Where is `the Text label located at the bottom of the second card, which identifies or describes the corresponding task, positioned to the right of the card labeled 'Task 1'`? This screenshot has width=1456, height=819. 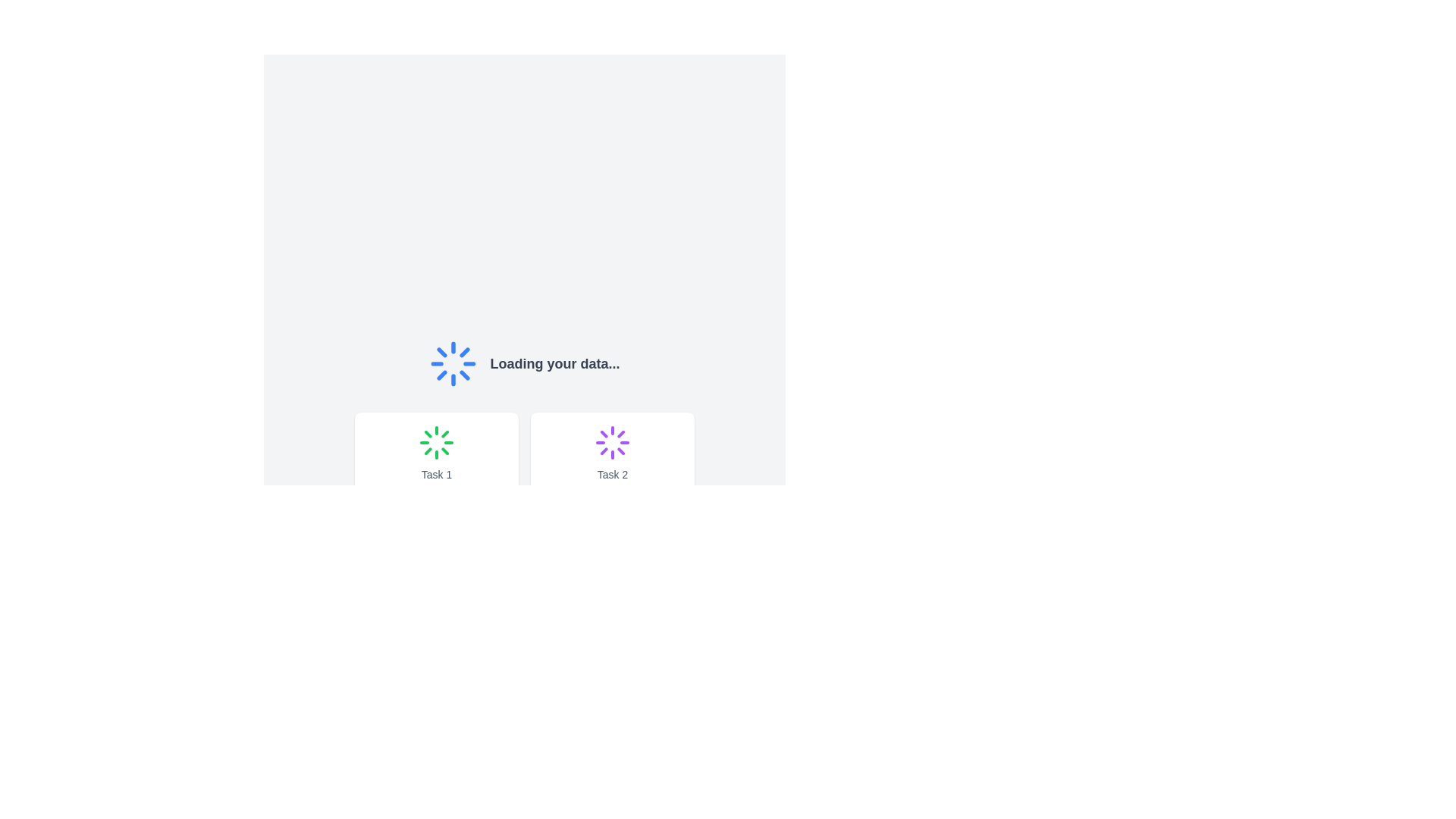 the Text label located at the bottom of the second card, which identifies or describes the corresponding task, positioned to the right of the card labeled 'Task 1' is located at coordinates (612, 473).